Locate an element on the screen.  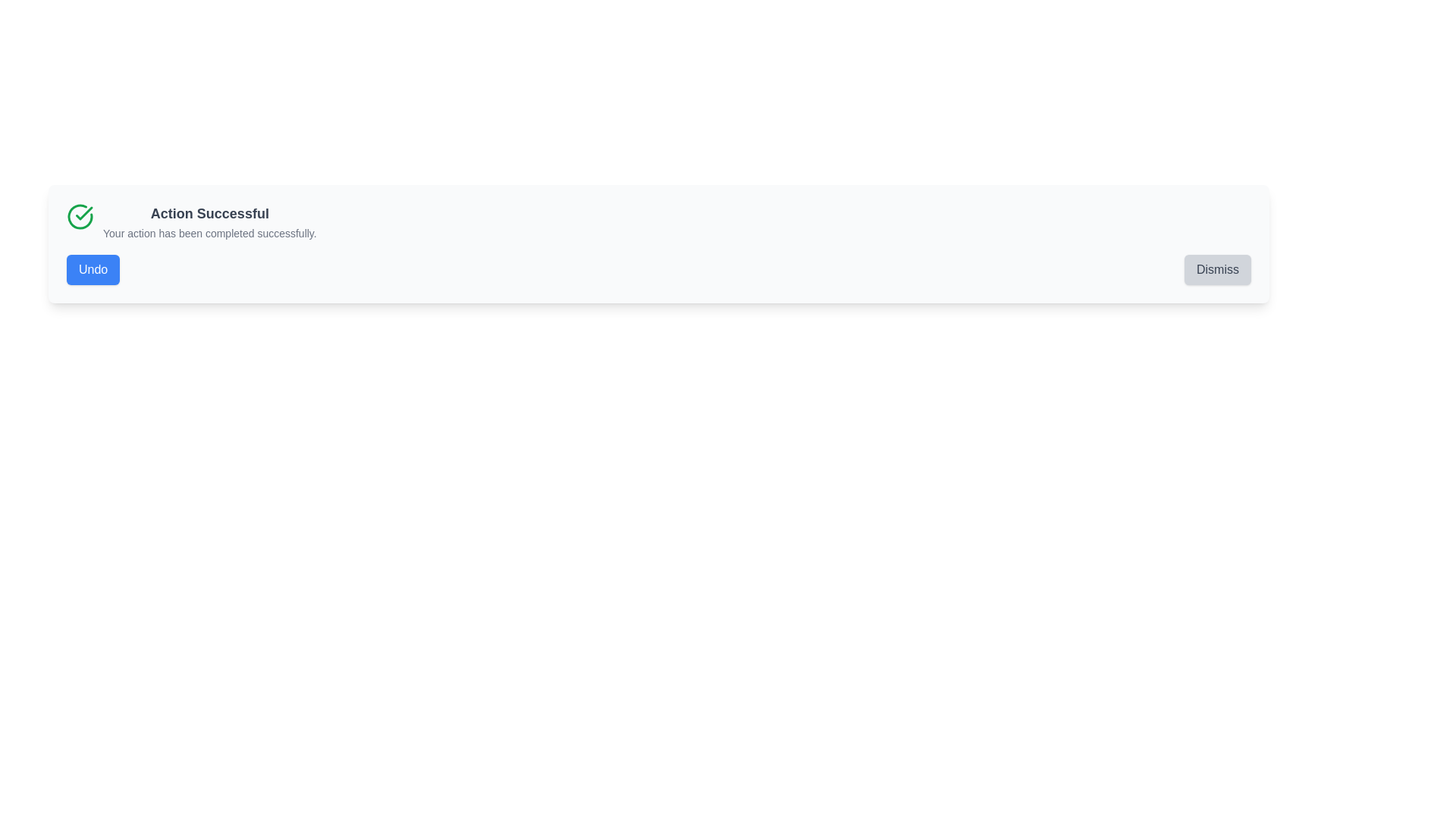
the 'Undo' button, a rectangular blue button with white text is located at coordinates (93, 268).